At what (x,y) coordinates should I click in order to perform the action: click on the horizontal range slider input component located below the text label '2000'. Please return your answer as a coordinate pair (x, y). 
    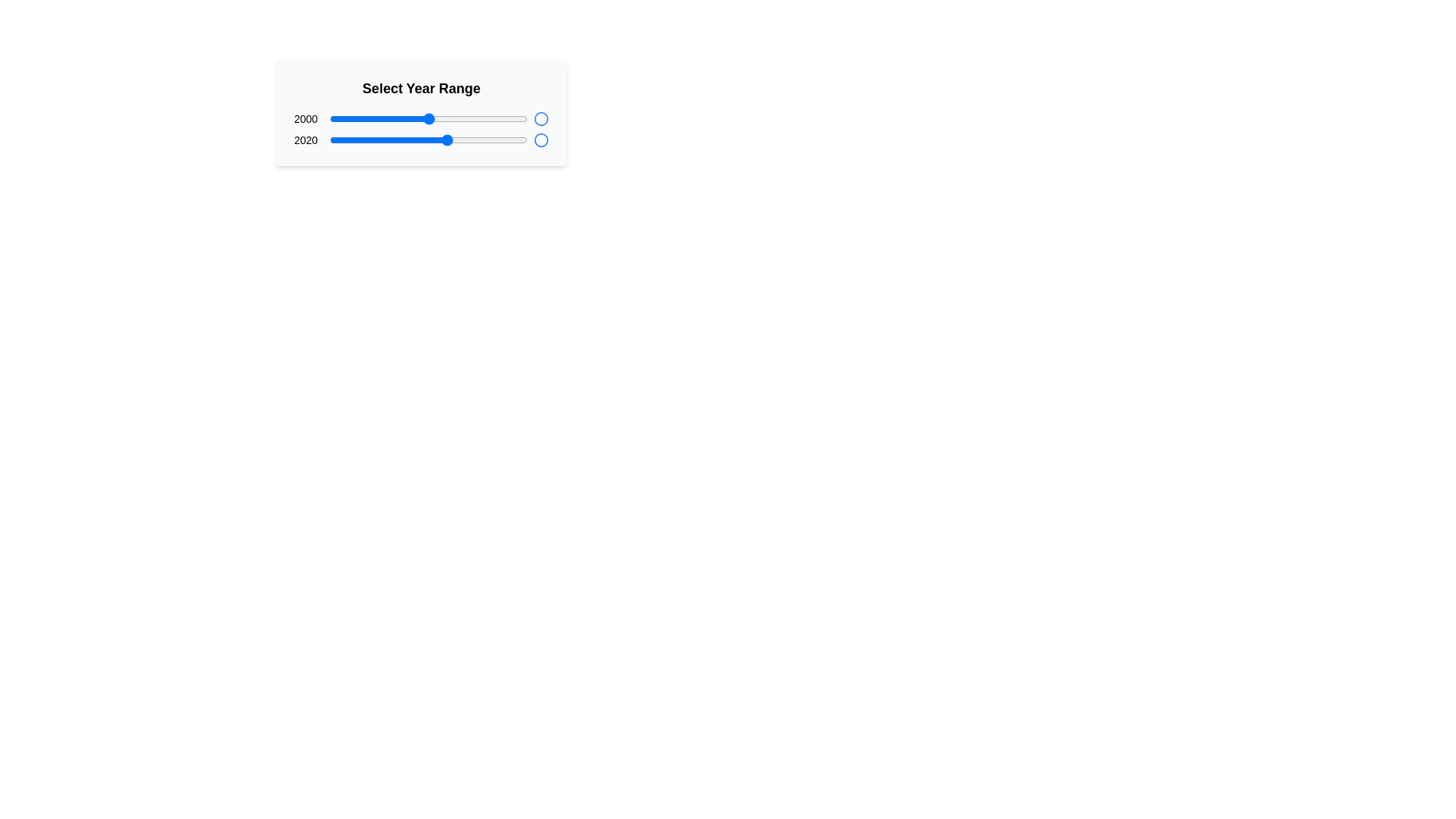
    Looking at the image, I should click on (428, 118).